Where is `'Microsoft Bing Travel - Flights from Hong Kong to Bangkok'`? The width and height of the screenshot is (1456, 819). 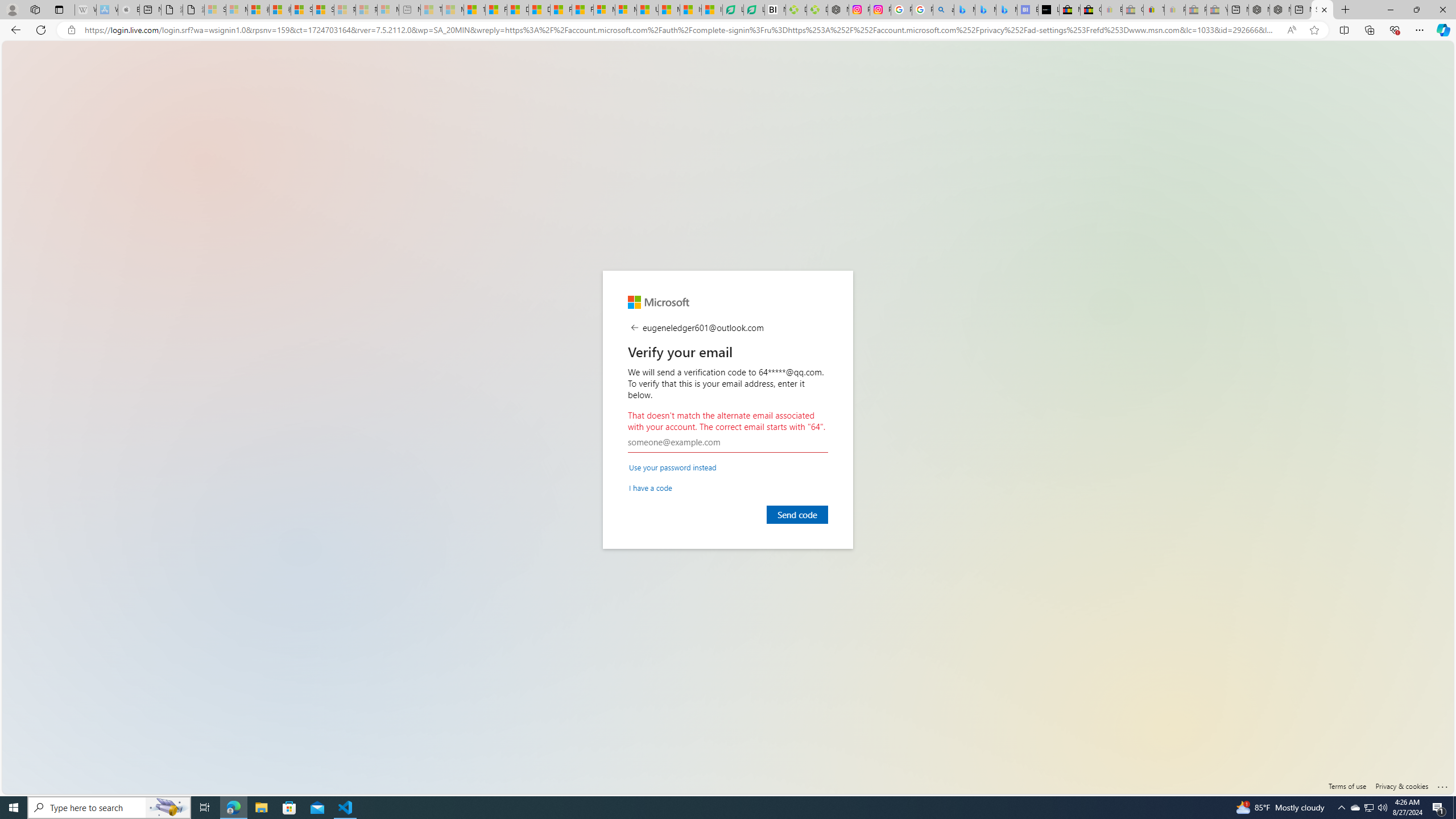
'Microsoft Bing Travel - Flights from Hong Kong to Bangkok' is located at coordinates (964, 9).